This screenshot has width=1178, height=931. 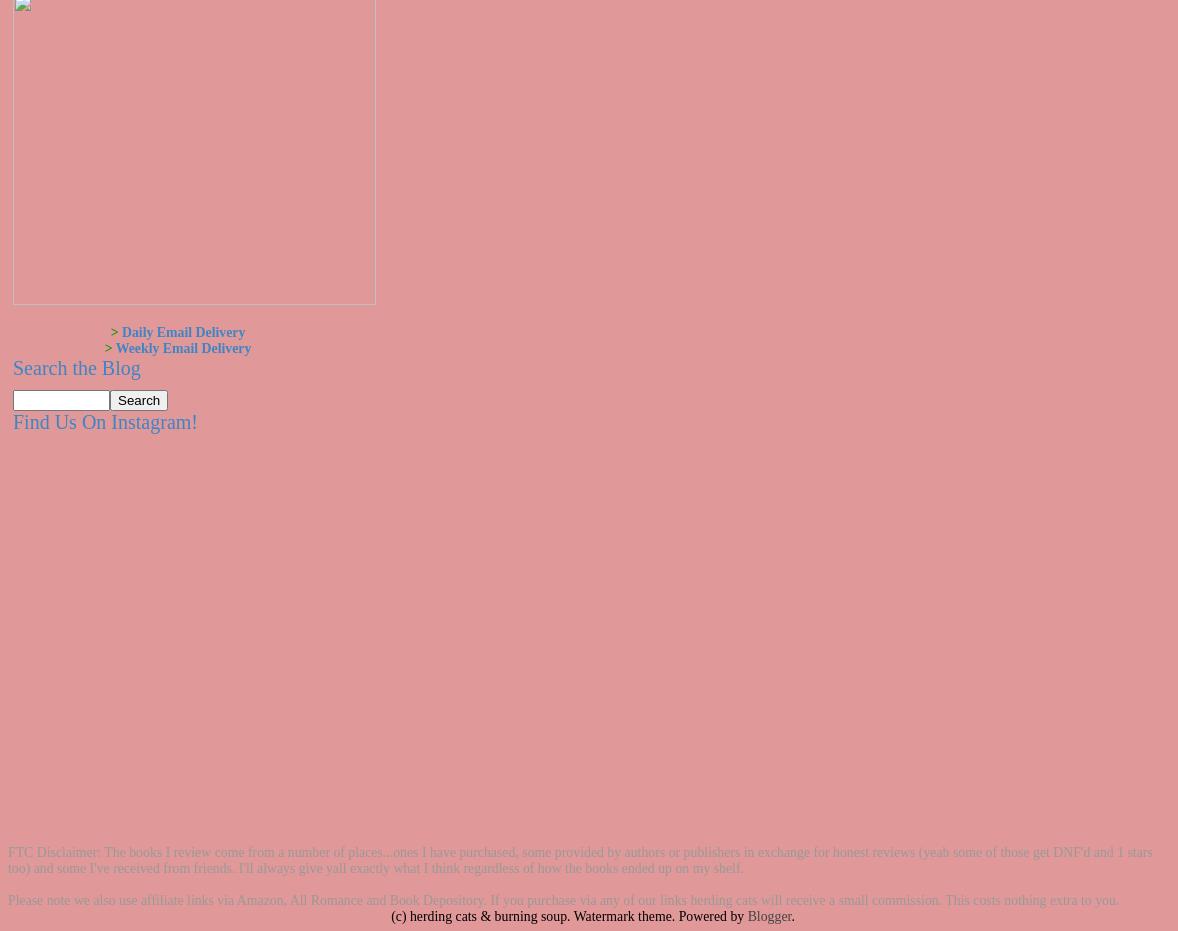 What do you see at coordinates (181, 331) in the screenshot?
I see `'Daily Email Delivery'` at bounding box center [181, 331].